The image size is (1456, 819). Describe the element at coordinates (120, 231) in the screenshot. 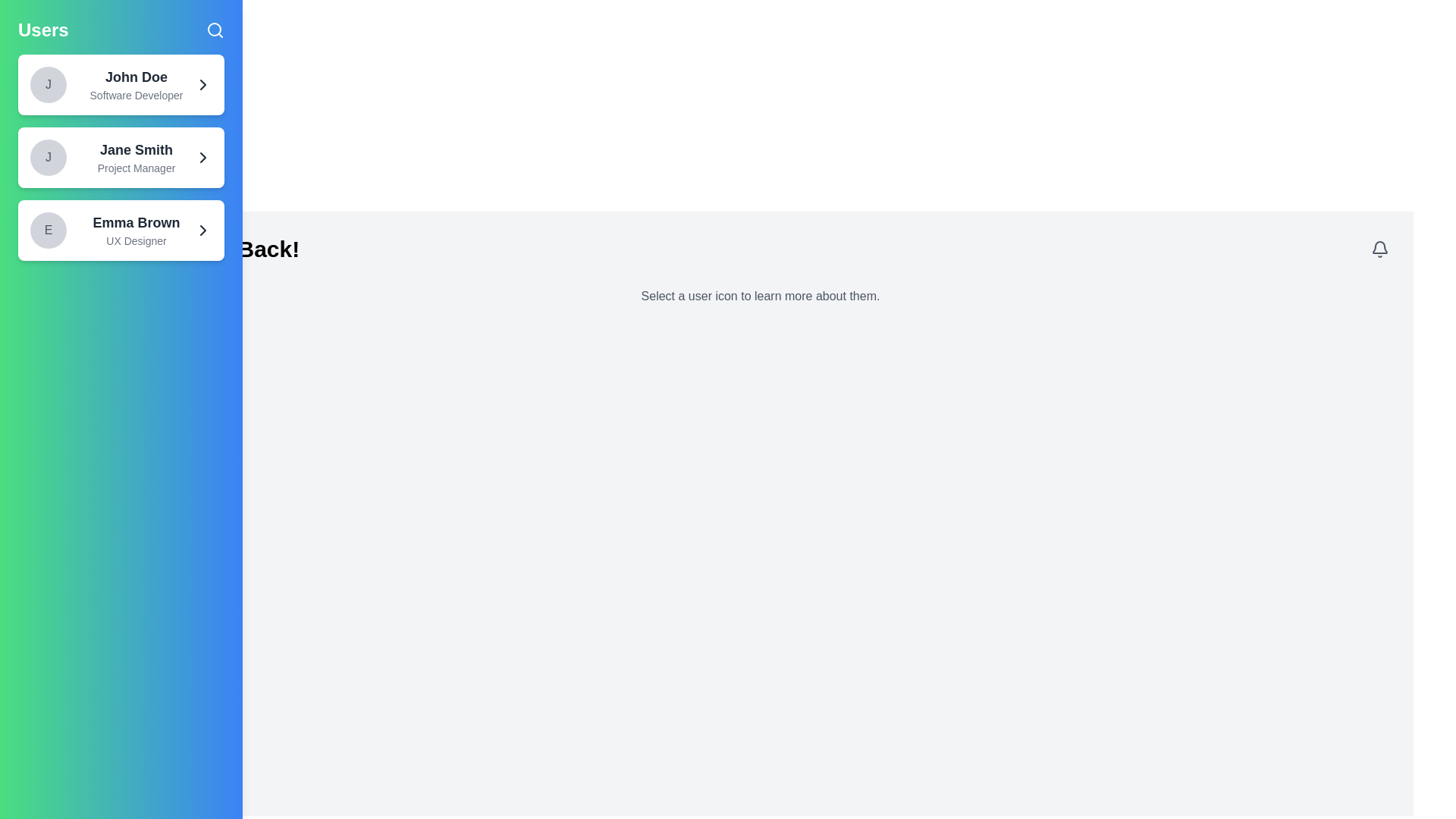

I see `the user profile Emma Brown from the list` at that location.